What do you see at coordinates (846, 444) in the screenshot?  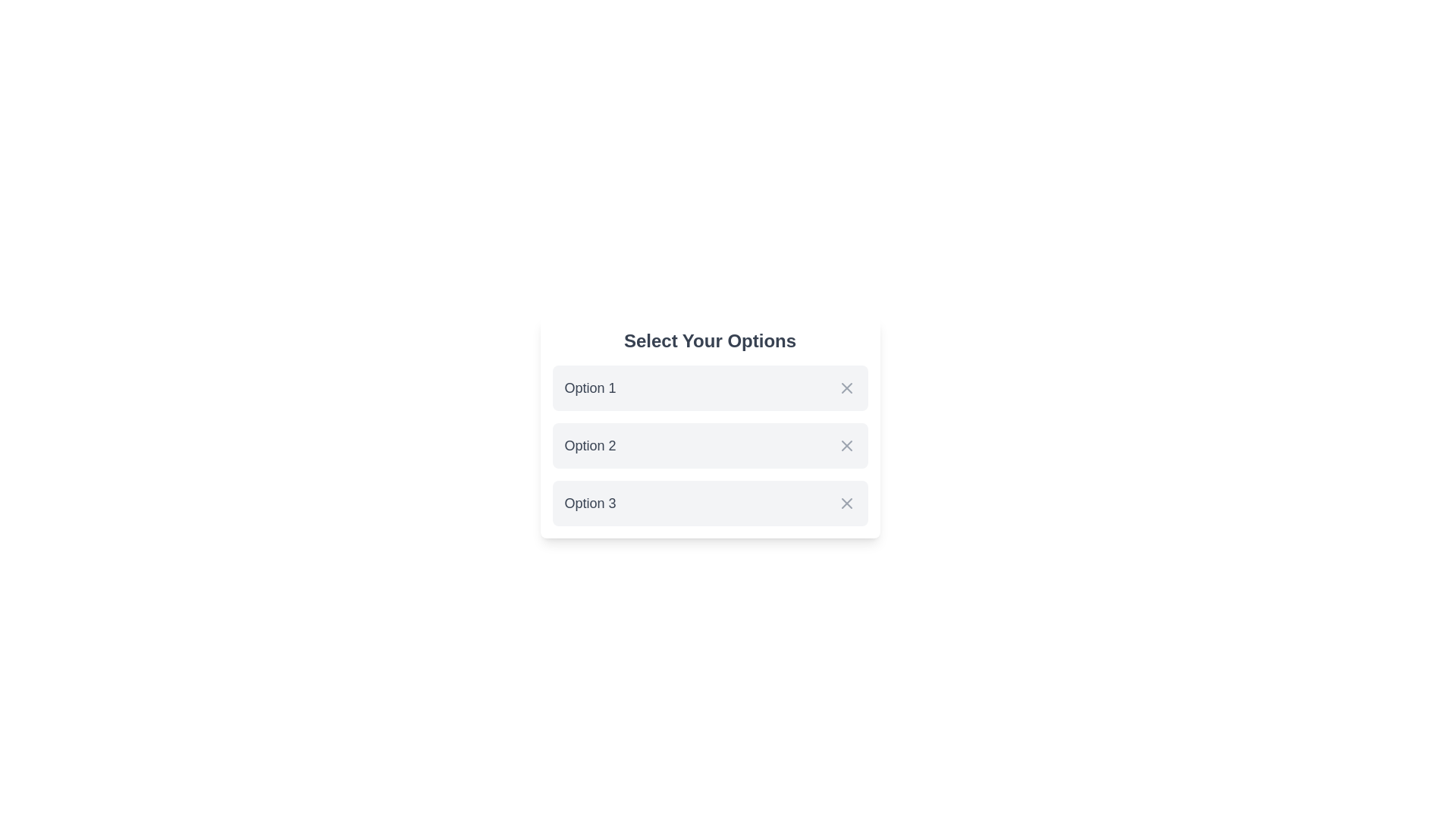 I see `the 'X' icon button styled as a close symbol located in the middle right of the row labeled 'Option 2', which is the third icon in the sequence` at bounding box center [846, 444].